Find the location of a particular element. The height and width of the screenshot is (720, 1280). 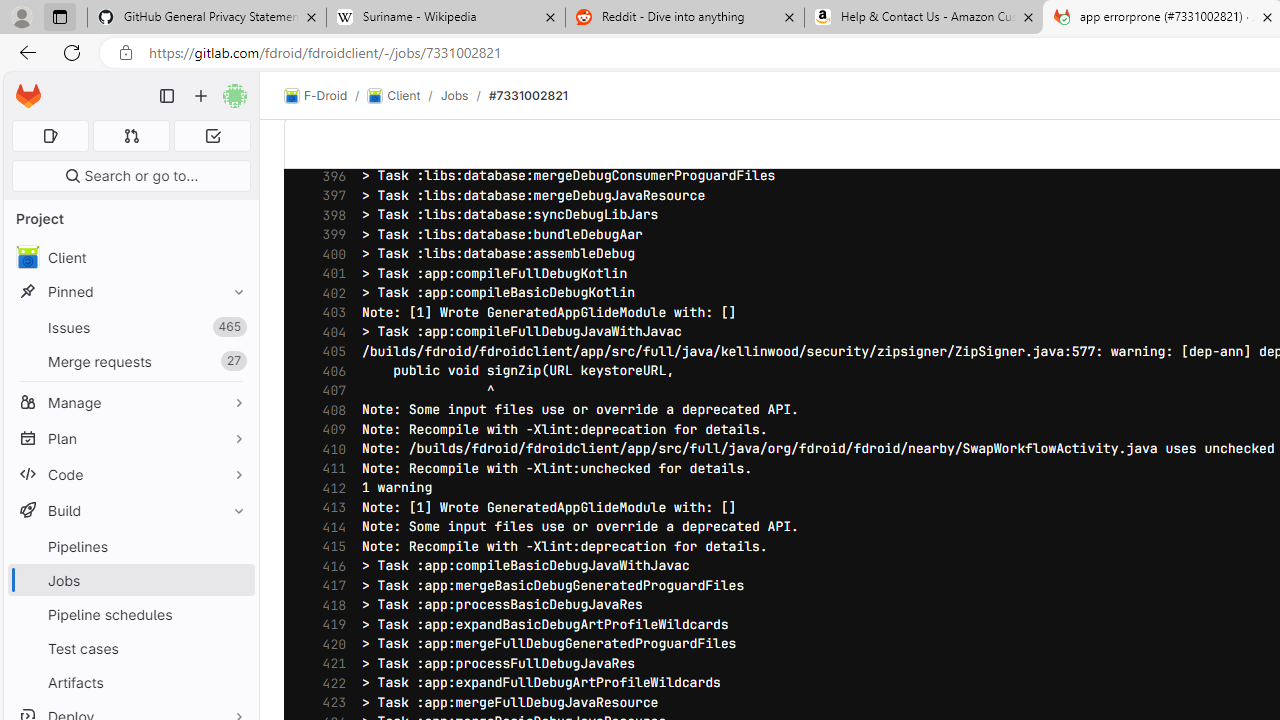

'422' is located at coordinates (329, 682).